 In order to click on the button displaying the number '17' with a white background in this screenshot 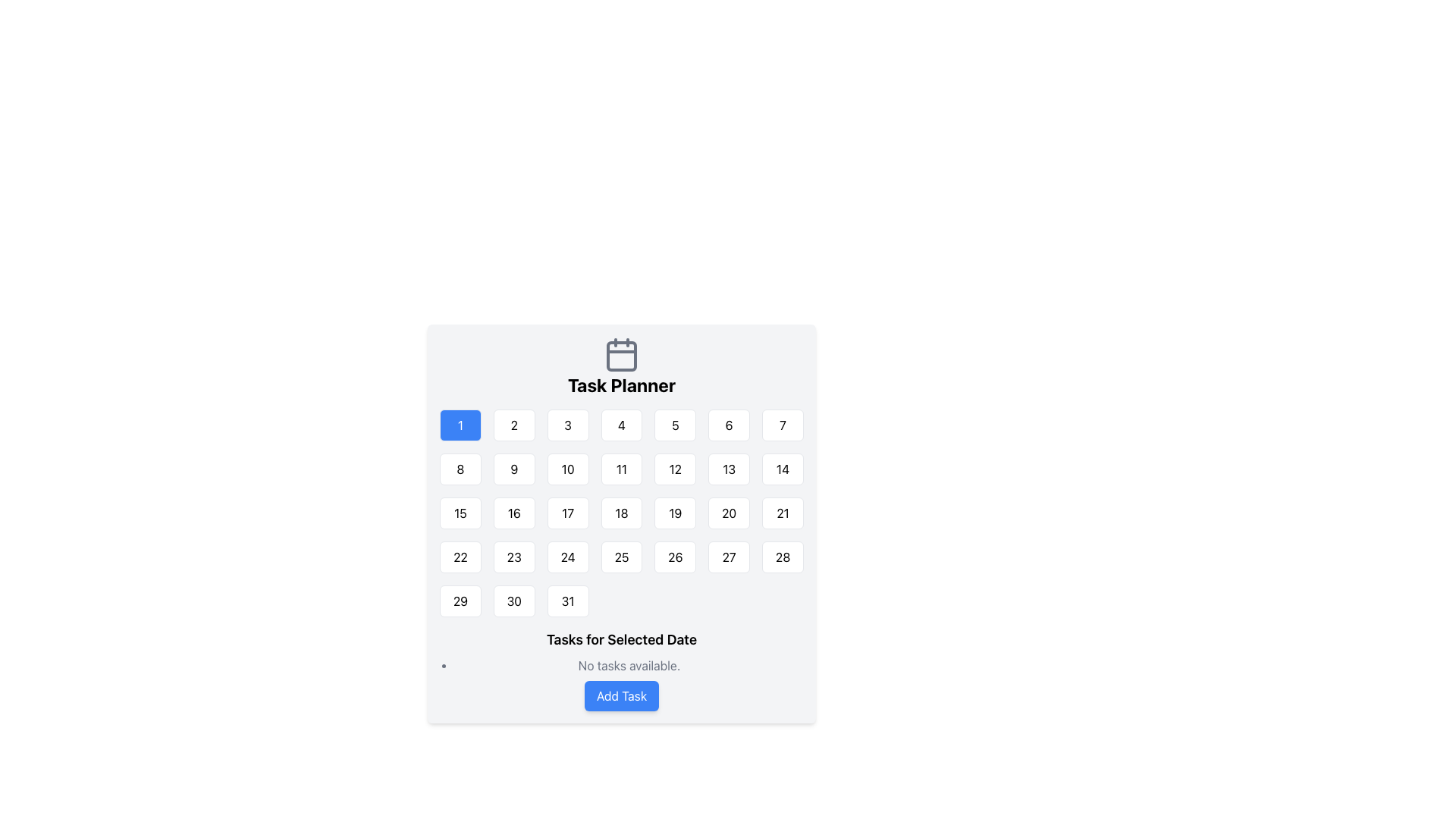, I will do `click(567, 513)`.